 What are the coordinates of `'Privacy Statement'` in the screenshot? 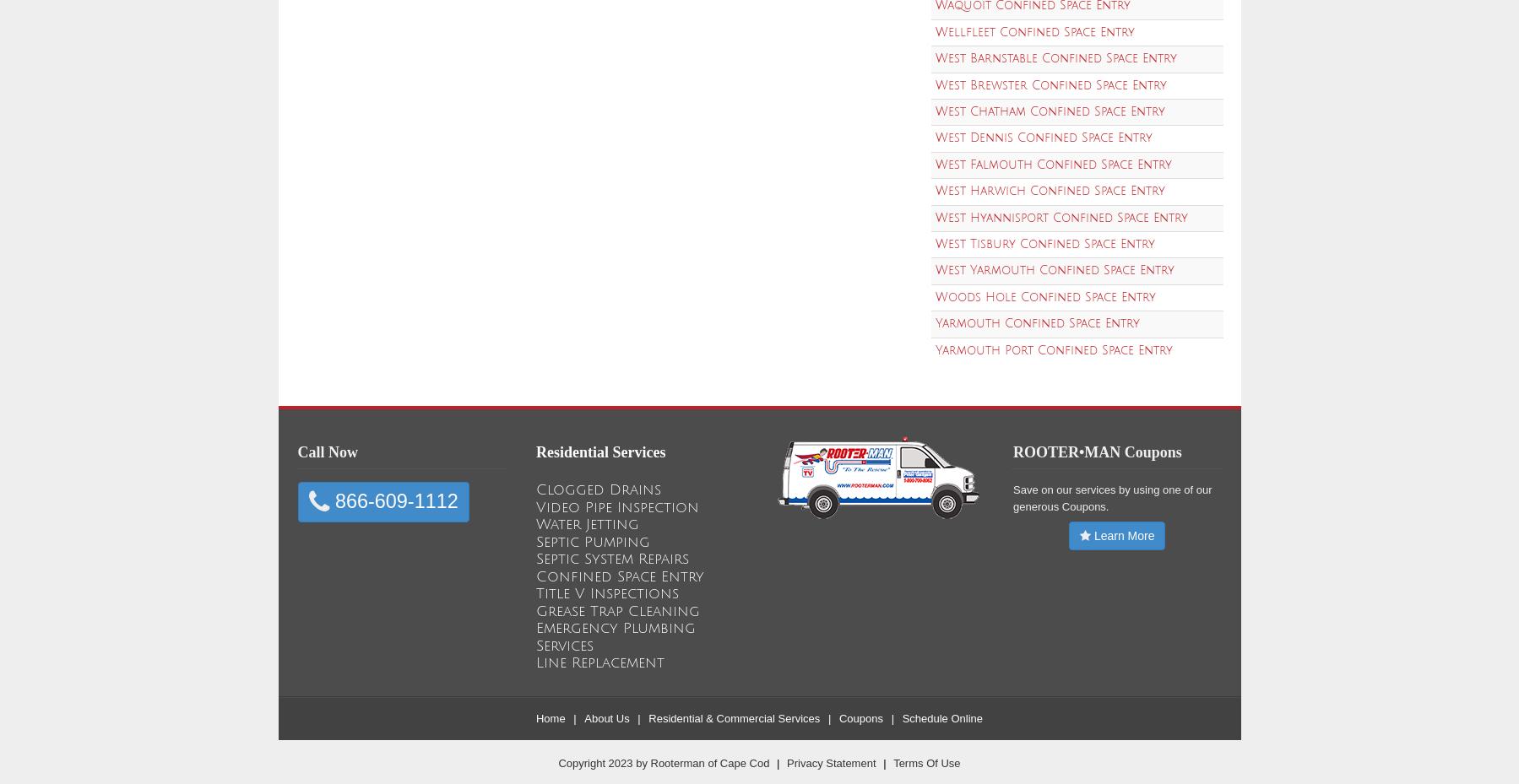 It's located at (787, 762).